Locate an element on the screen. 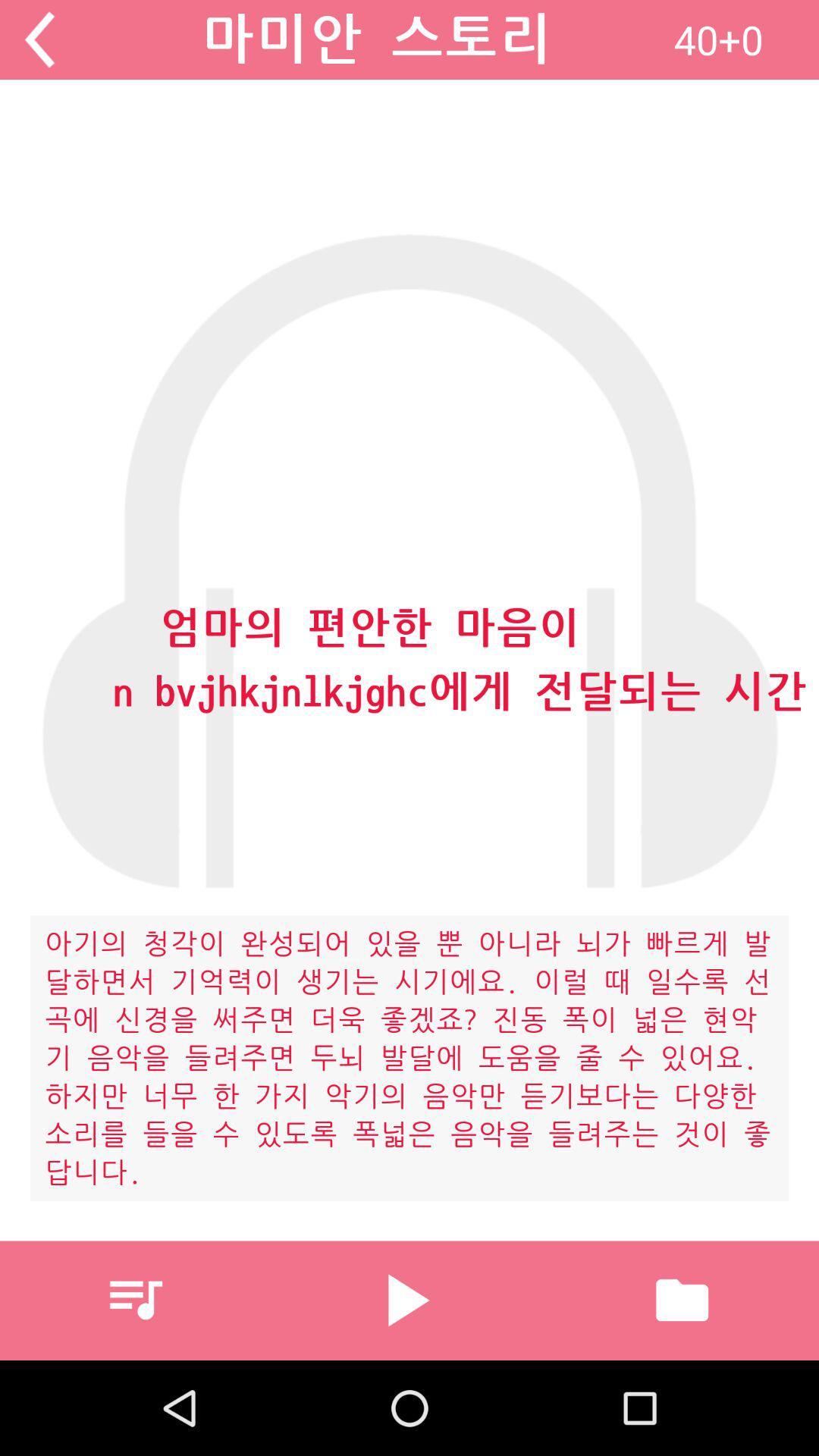  the arrow_backward icon is located at coordinates (39, 42).